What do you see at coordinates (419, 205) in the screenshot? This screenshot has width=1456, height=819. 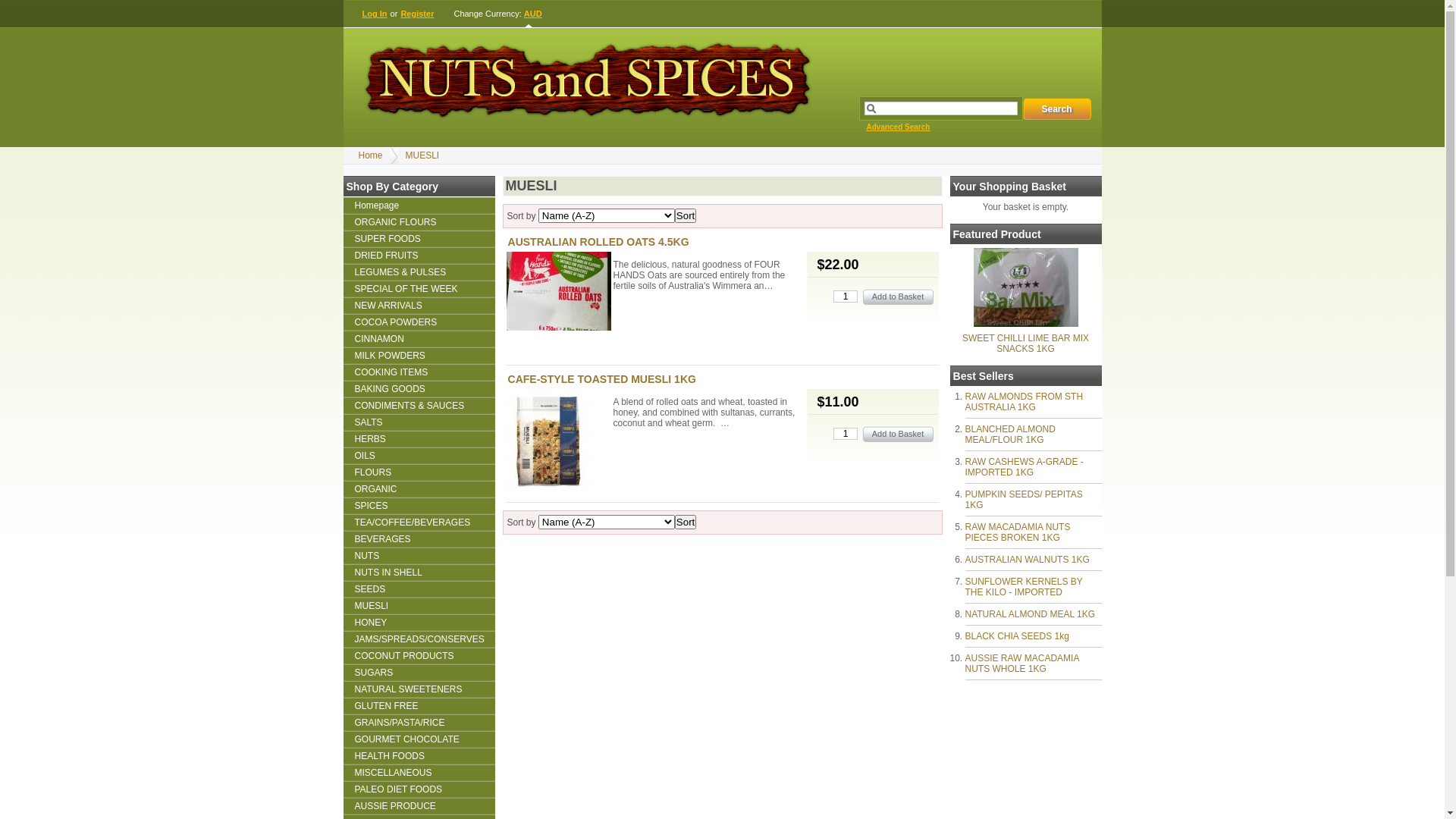 I see `'Homepage'` at bounding box center [419, 205].